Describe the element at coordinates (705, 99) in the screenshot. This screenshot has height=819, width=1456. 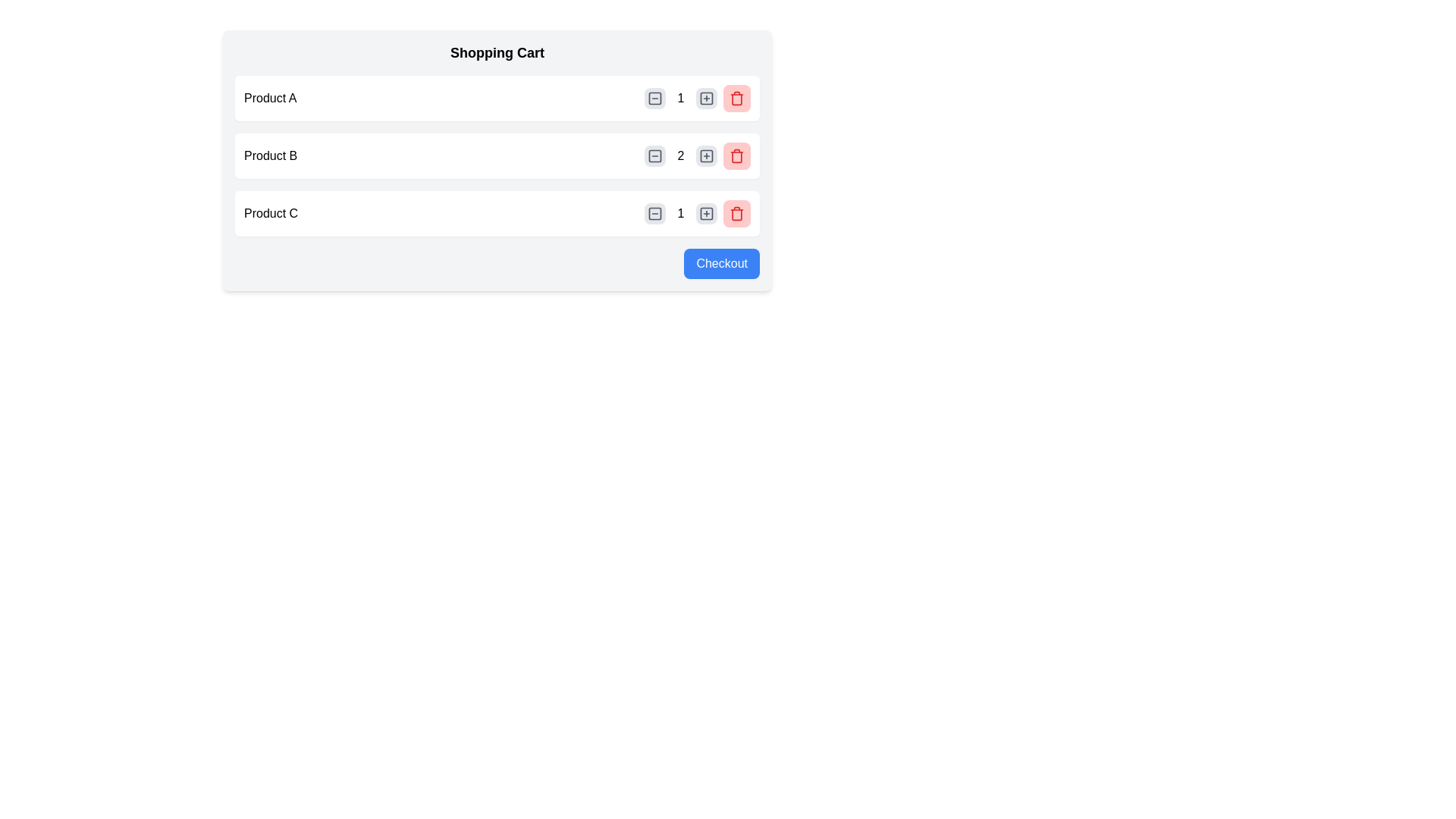
I see `the square-shaped button with a plus sign in the center, located to the right side of the quantity field for 'Product B' in the shopping cart list` at that location.